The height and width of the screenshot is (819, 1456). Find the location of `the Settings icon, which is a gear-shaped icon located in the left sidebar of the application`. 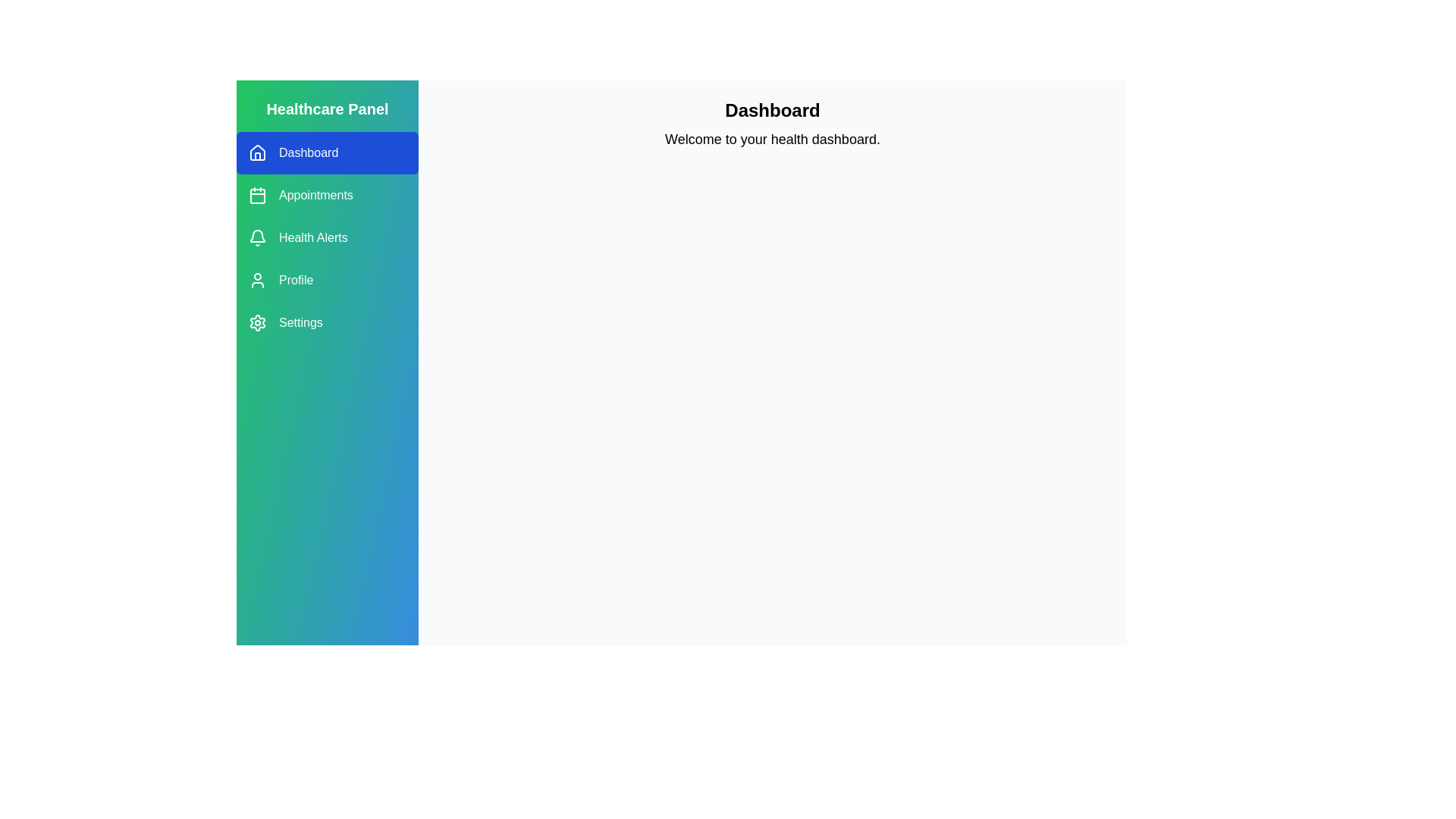

the Settings icon, which is a gear-shaped icon located in the left sidebar of the application is located at coordinates (258, 322).